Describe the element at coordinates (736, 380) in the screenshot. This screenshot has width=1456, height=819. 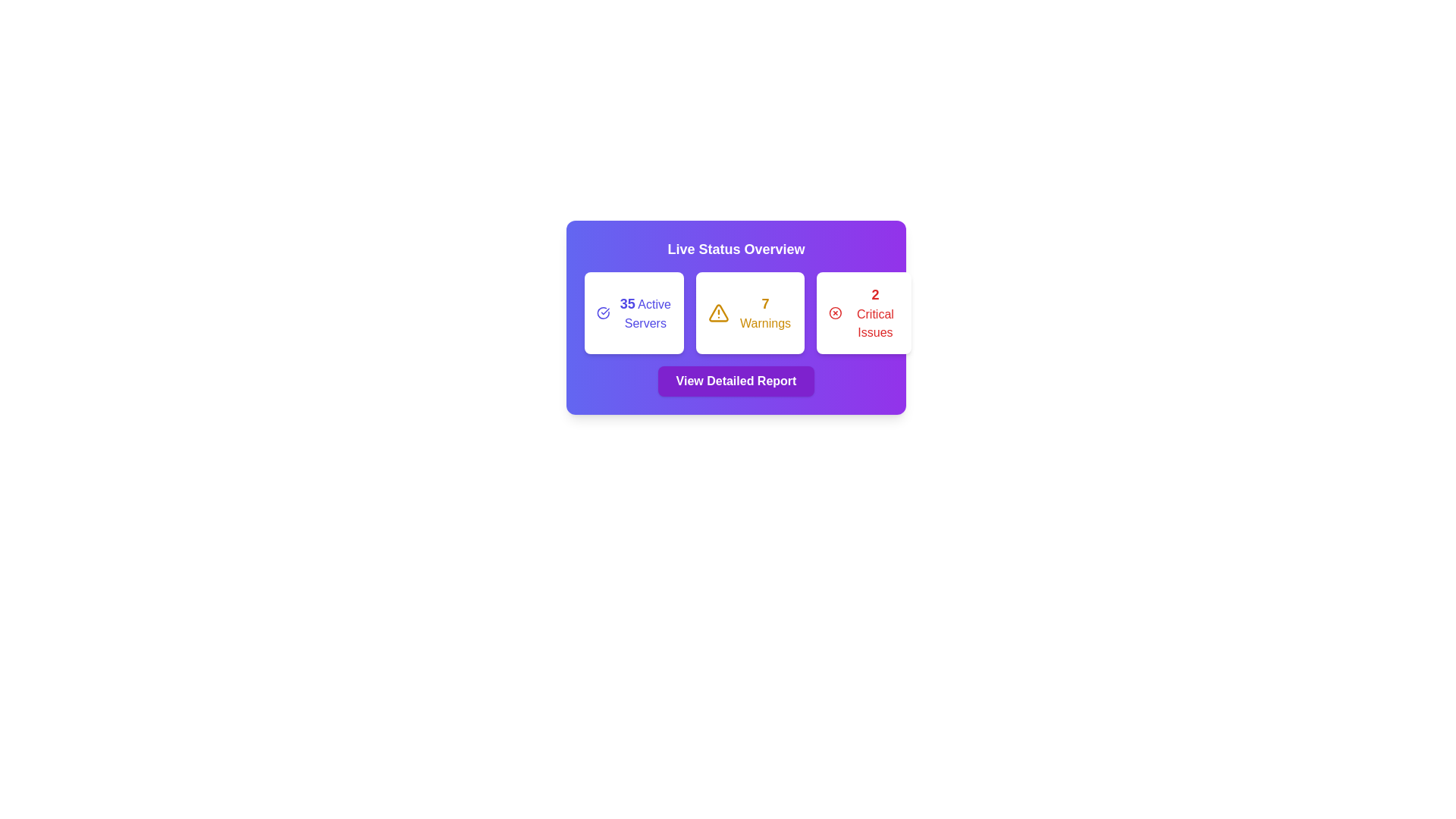
I see `the 'View Detailed Report' button with a purple background and white text located at the center-bottom of the server statistics card` at that location.